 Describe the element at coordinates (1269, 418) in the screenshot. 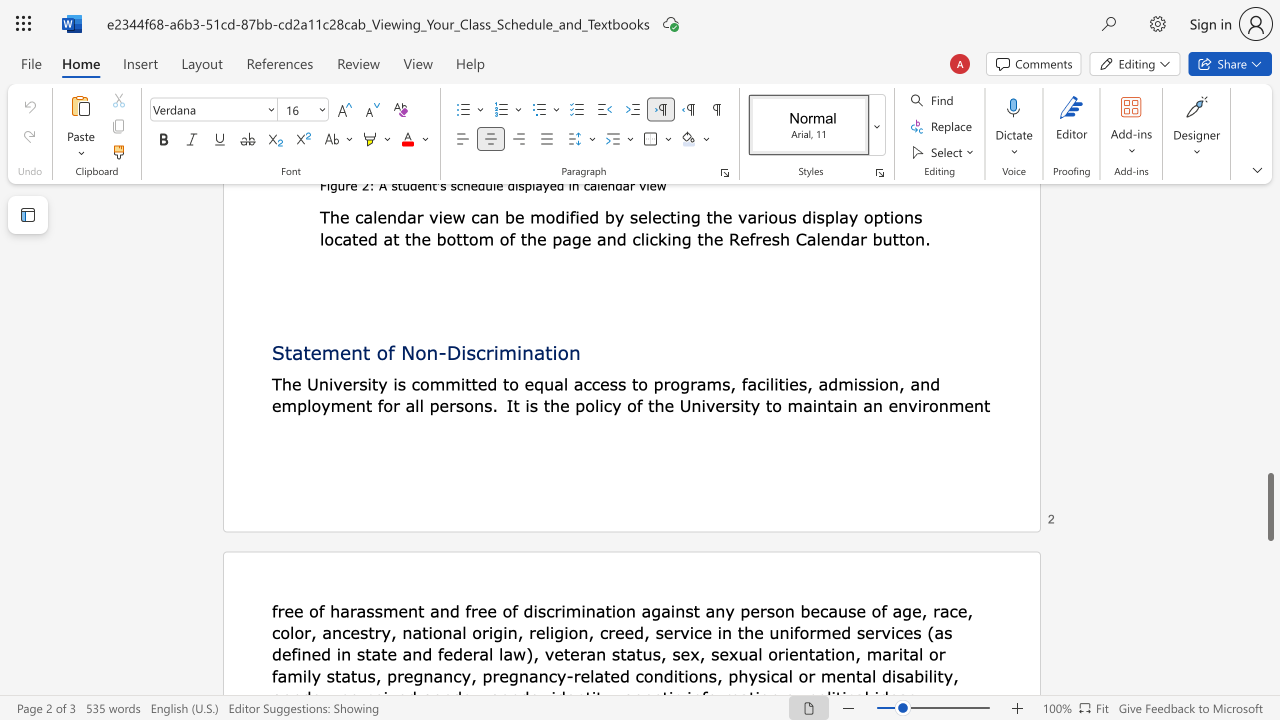

I see `the scrollbar on the side` at that location.